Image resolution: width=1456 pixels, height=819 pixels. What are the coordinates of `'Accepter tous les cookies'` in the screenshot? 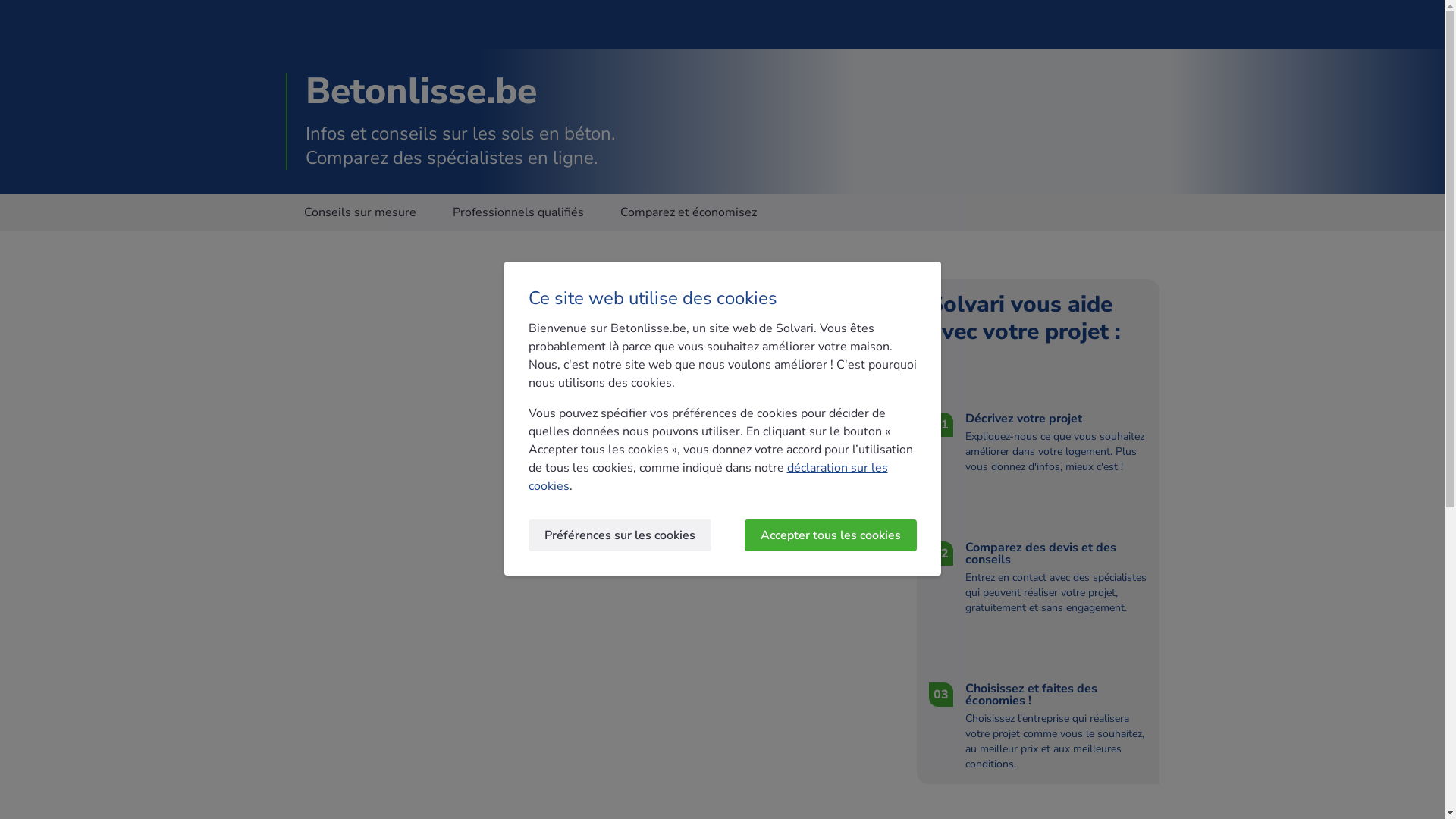 It's located at (830, 534).